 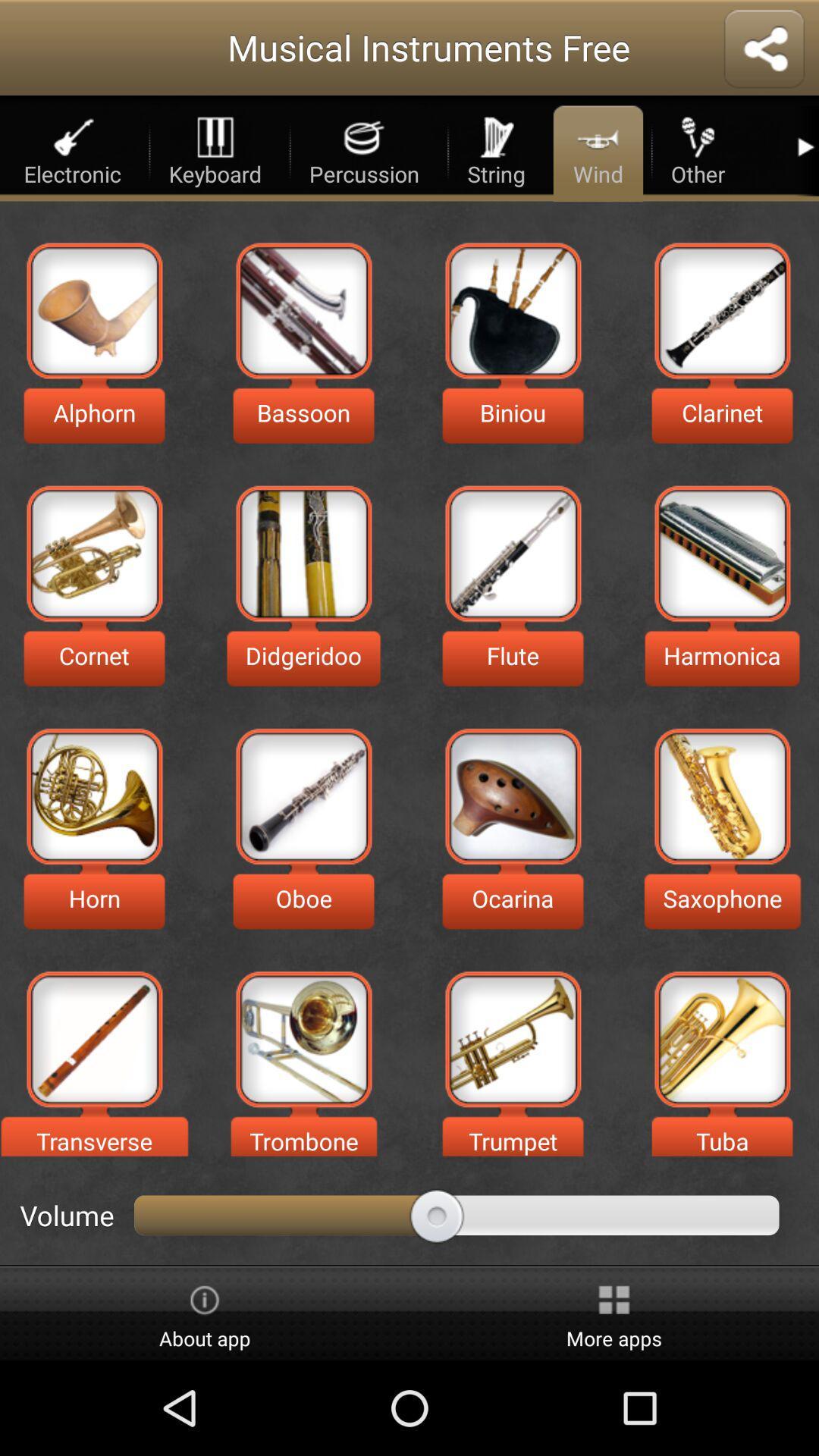 What do you see at coordinates (764, 50) in the screenshot?
I see `bluetooth icon` at bounding box center [764, 50].